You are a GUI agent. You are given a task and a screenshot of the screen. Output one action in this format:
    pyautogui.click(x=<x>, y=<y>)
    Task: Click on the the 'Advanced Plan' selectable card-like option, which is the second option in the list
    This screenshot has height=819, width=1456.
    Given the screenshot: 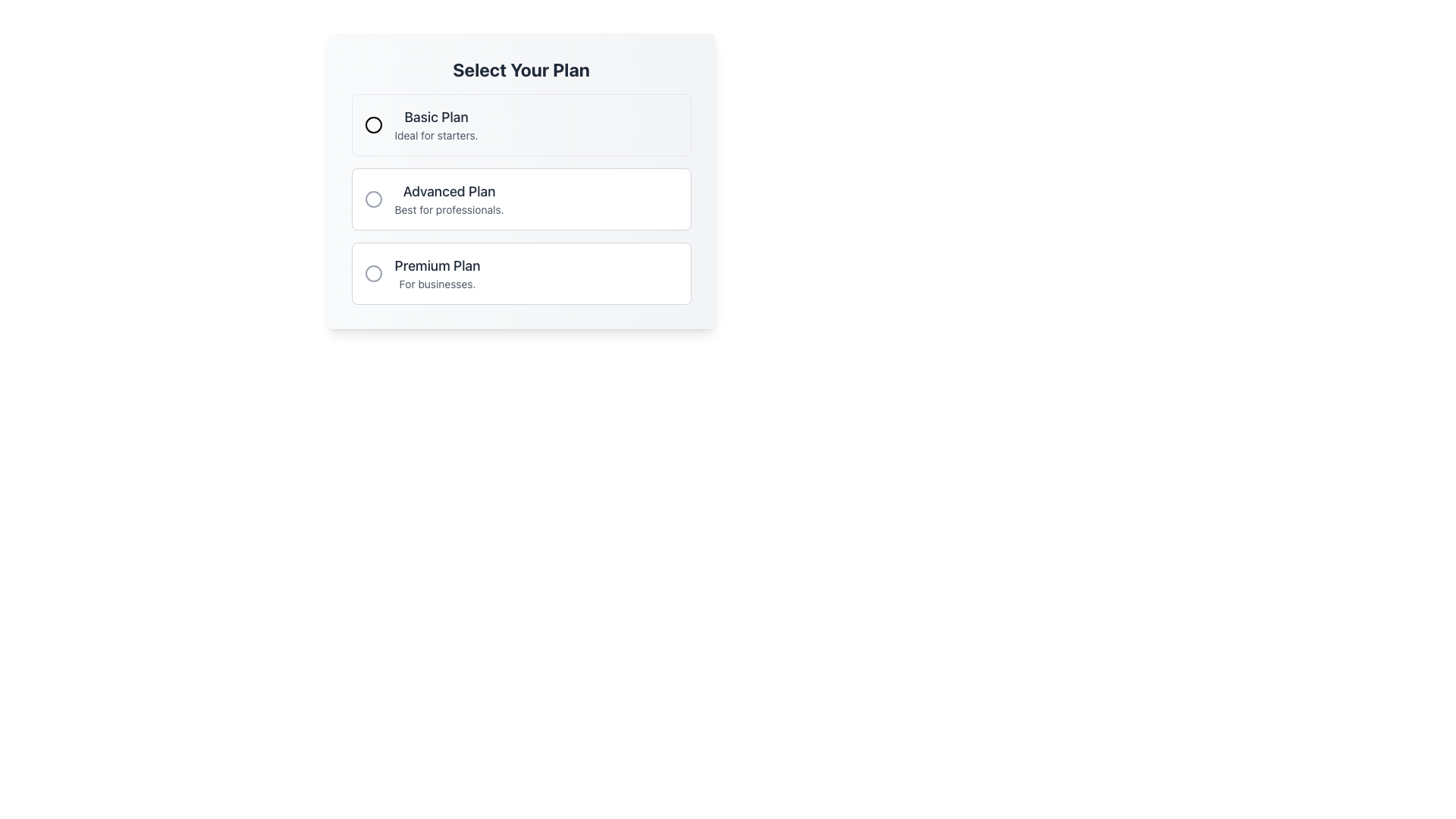 What is the action you would take?
    pyautogui.click(x=521, y=198)
    